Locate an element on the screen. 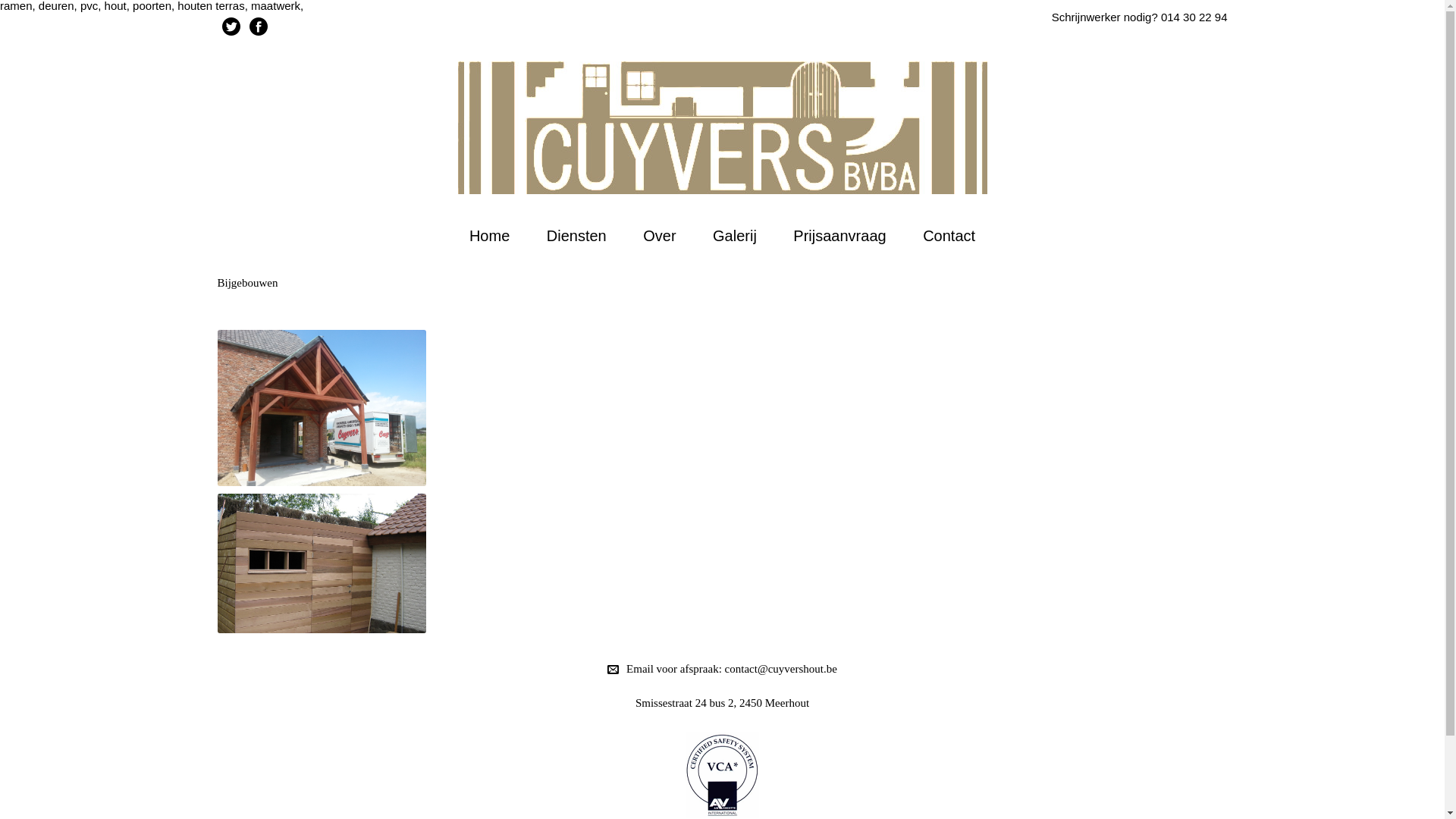  'Over' is located at coordinates (659, 236).